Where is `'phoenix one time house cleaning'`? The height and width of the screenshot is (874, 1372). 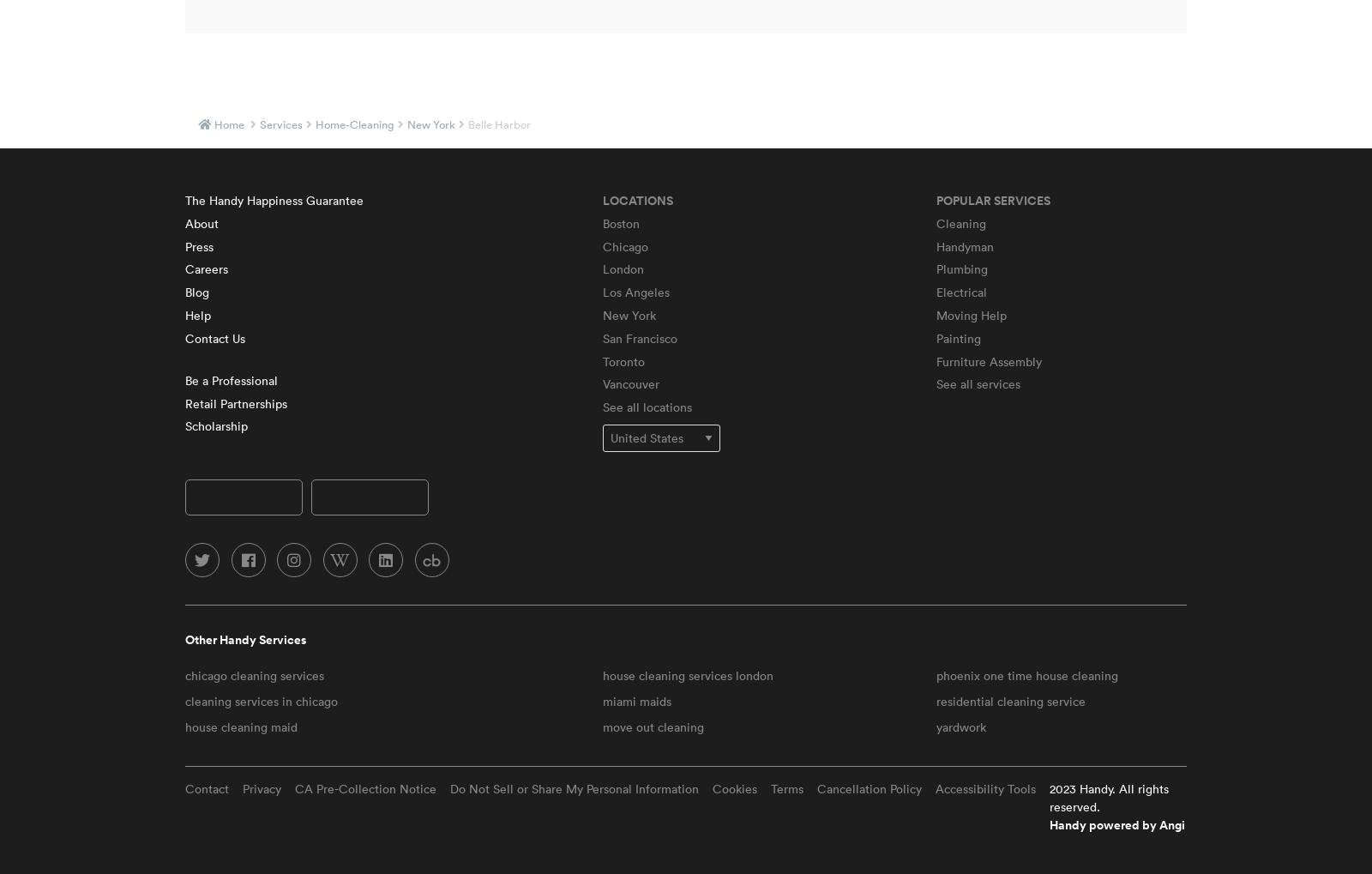
'phoenix one time house cleaning' is located at coordinates (1026, 674).